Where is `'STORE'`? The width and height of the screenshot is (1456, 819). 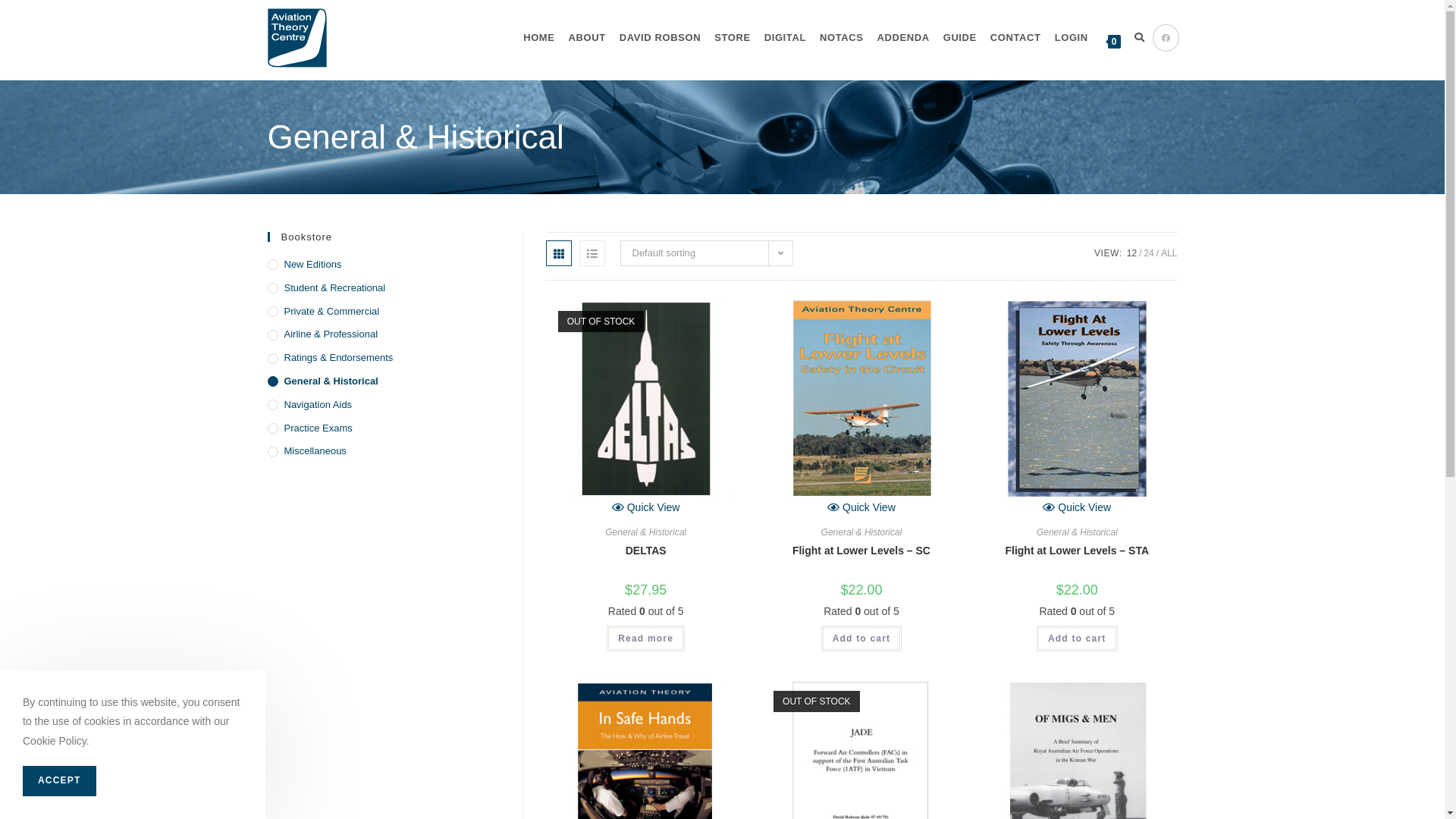 'STORE' is located at coordinates (732, 37).